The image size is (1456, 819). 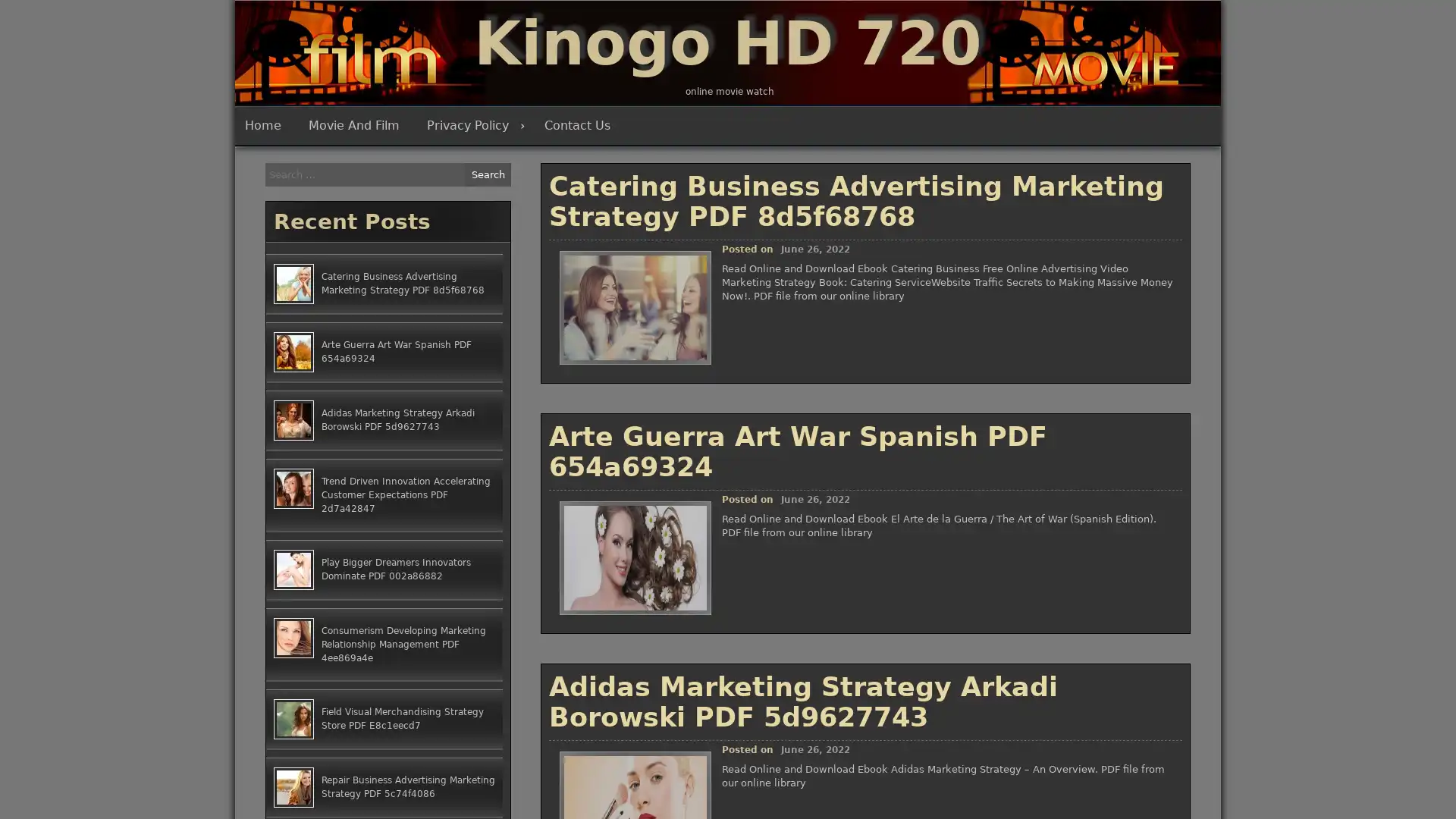 I want to click on Search, so click(x=488, y=174).